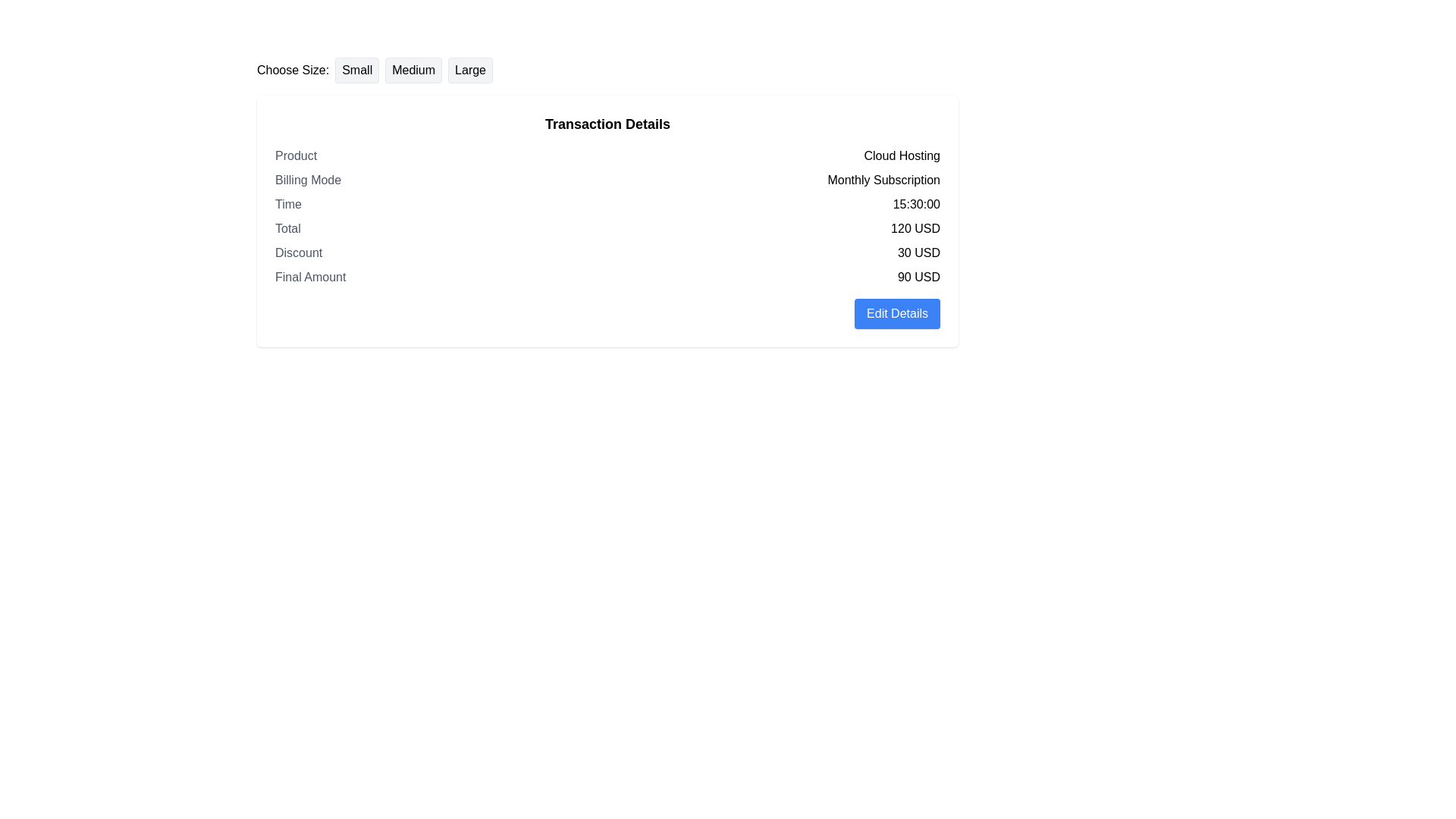 Image resolution: width=1456 pixels, height=819 pixels. Describe the element at coordinates (299, 253) in the screenshot. I see `the Text Label that describes the associated pricing value indicating a deduction in the total cost, located at the leftmost position in the pricing breakdown row` at that location.